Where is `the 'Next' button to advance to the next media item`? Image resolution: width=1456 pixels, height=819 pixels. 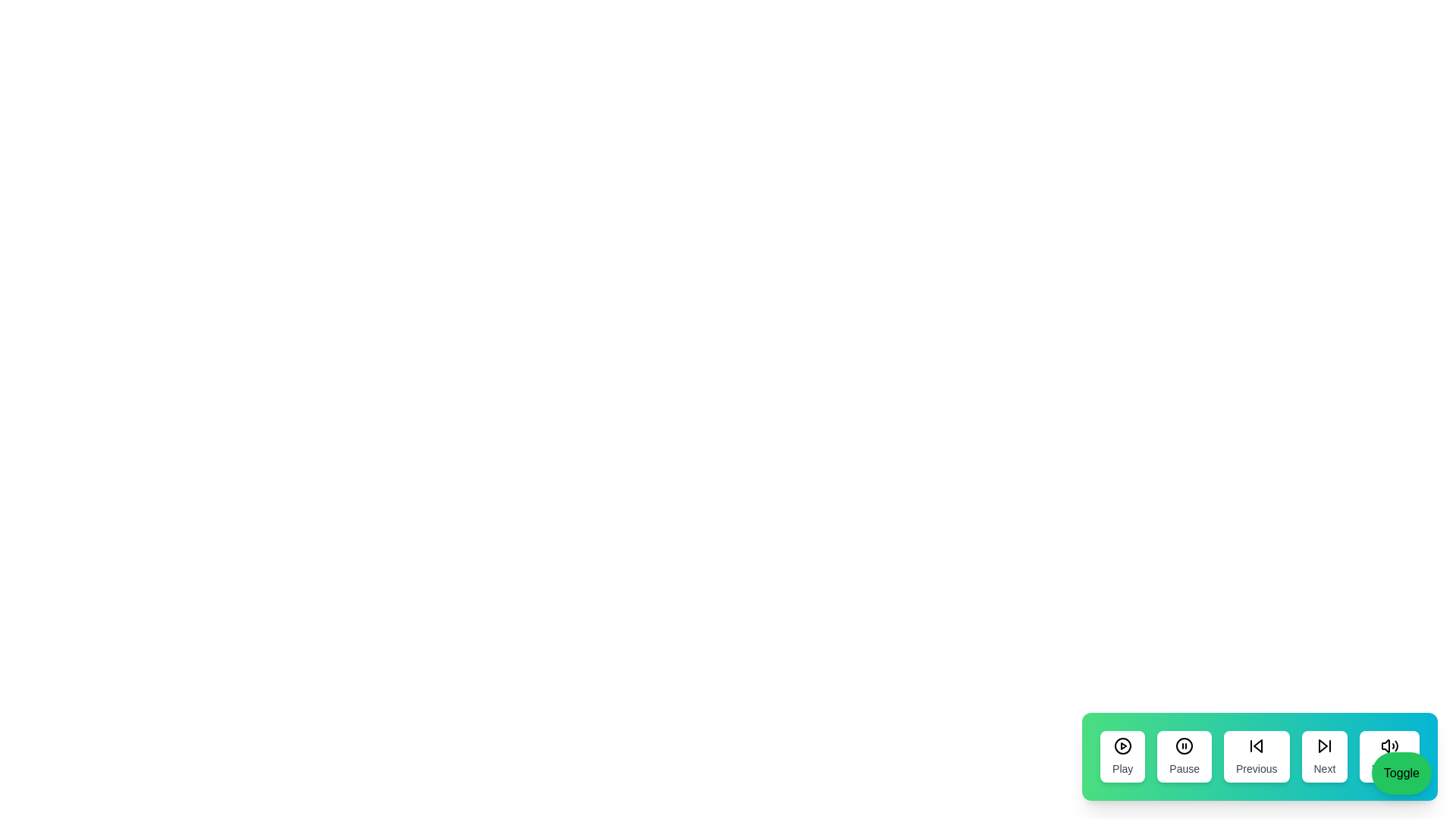
the 'Next' button to advance to the next media item is located at coordinates (1323, 757).